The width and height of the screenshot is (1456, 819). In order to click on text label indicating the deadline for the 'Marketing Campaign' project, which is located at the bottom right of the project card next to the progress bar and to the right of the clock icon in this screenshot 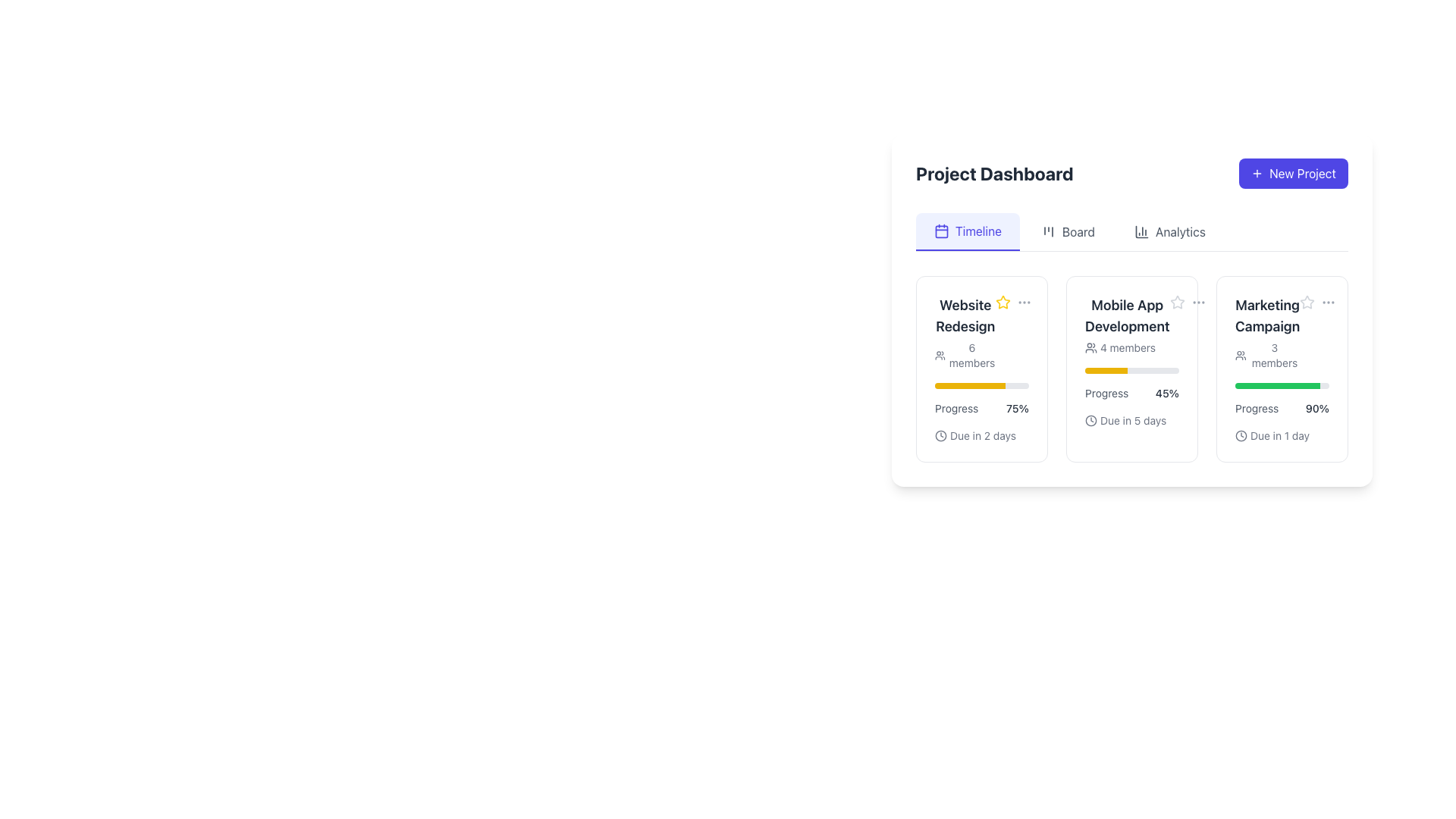, I will do `click(1279, 435)`.